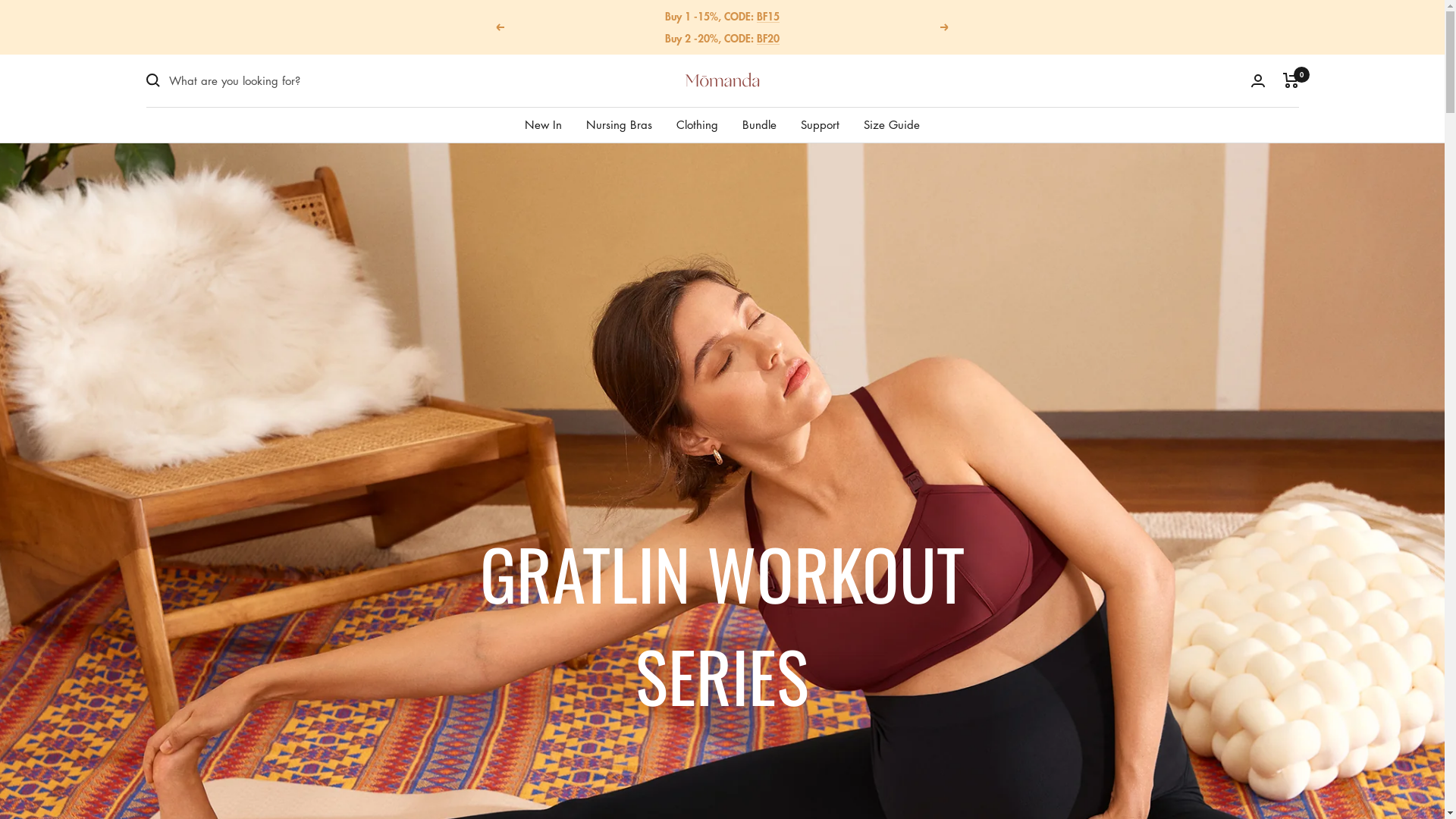  I want to click on 'Support', so click(819, 122).